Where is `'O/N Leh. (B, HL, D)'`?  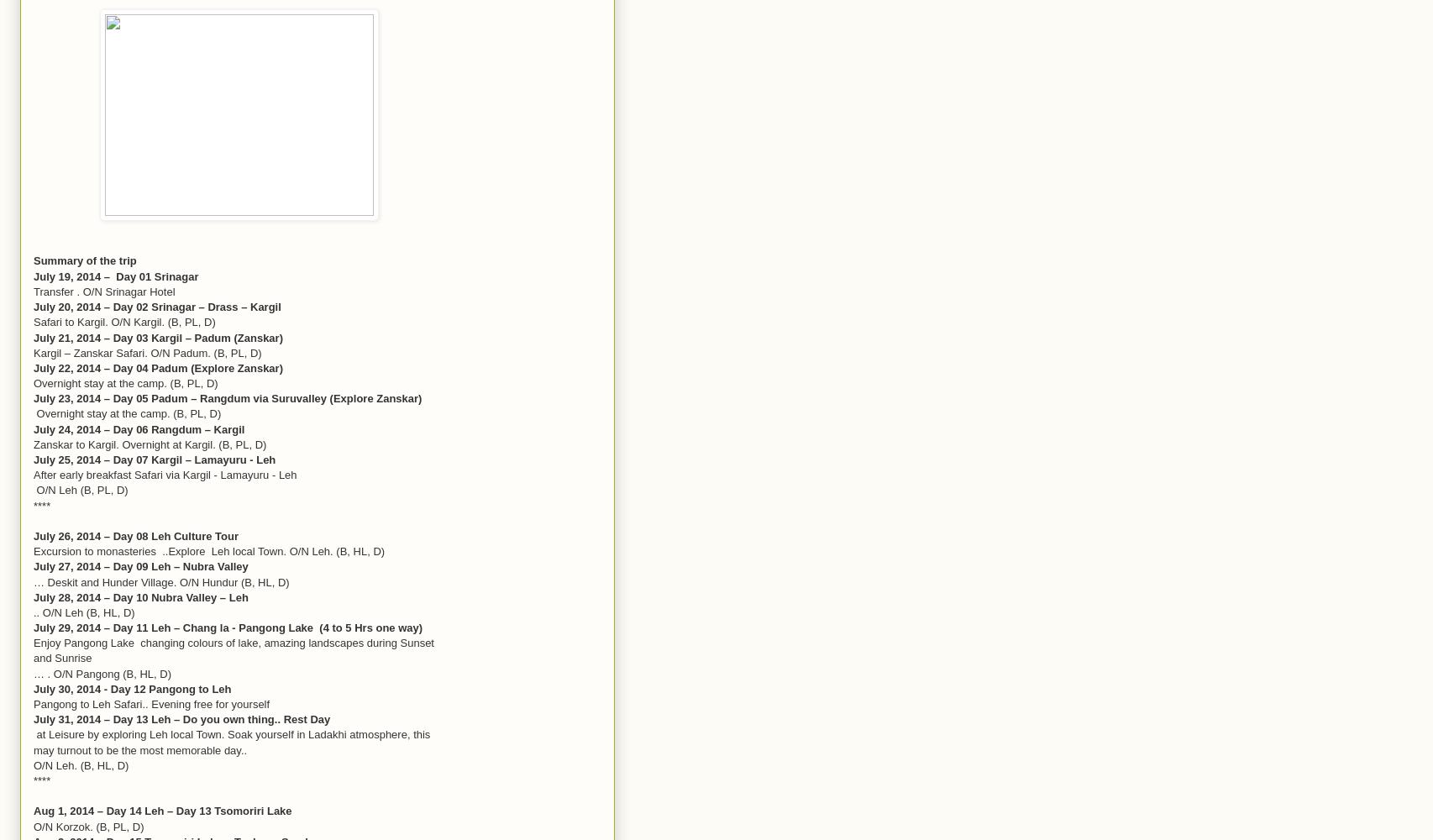 'O/N Leh. (B, HL, D)' is located at coordinates (81, 764).